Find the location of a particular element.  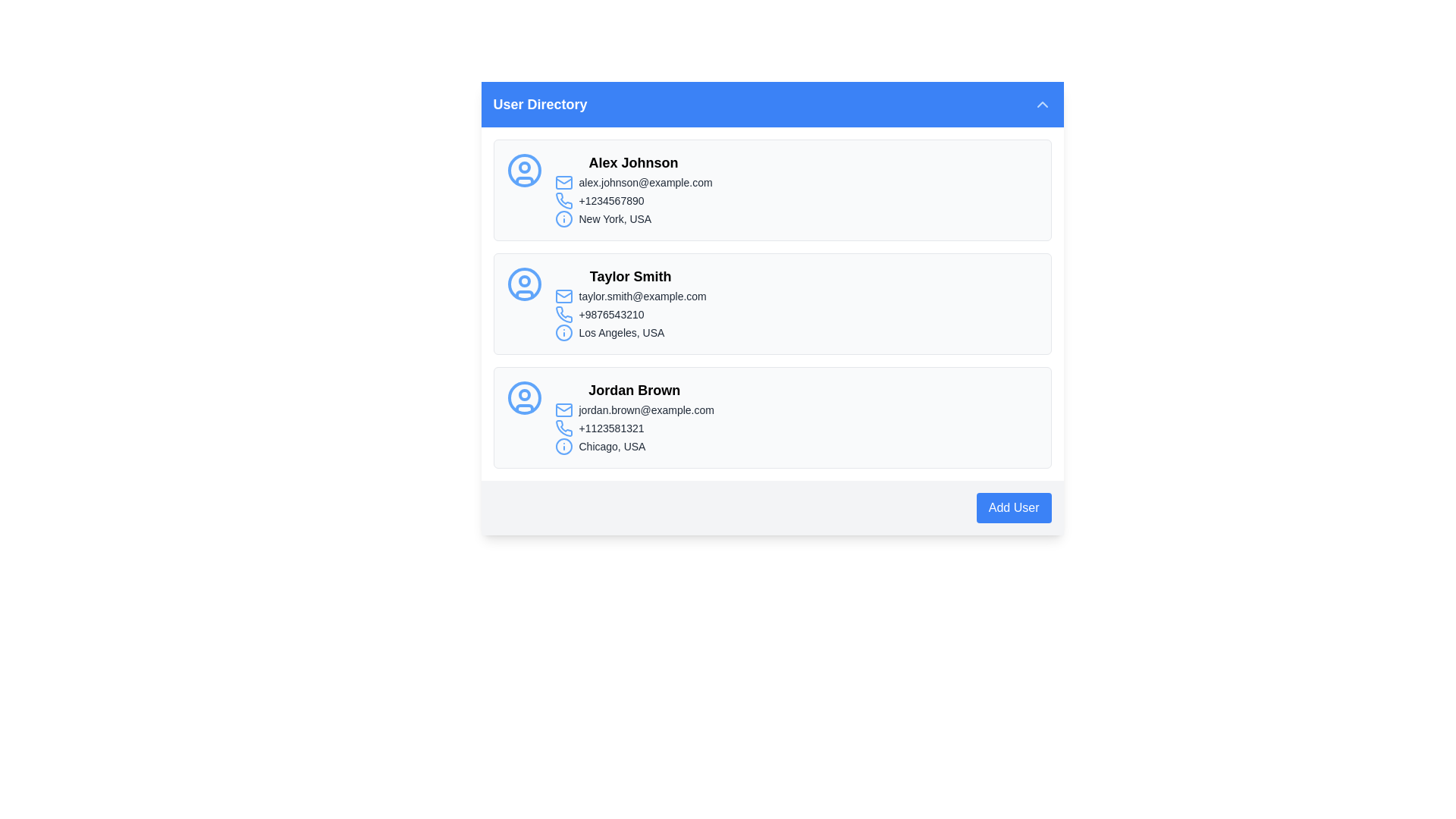

the blue phone icon with a thin outline and rounded edges, located to the left of the phone number '+1123581321' in the contact information display for 'Jordan Brown' is located at coordinates (563, 428).